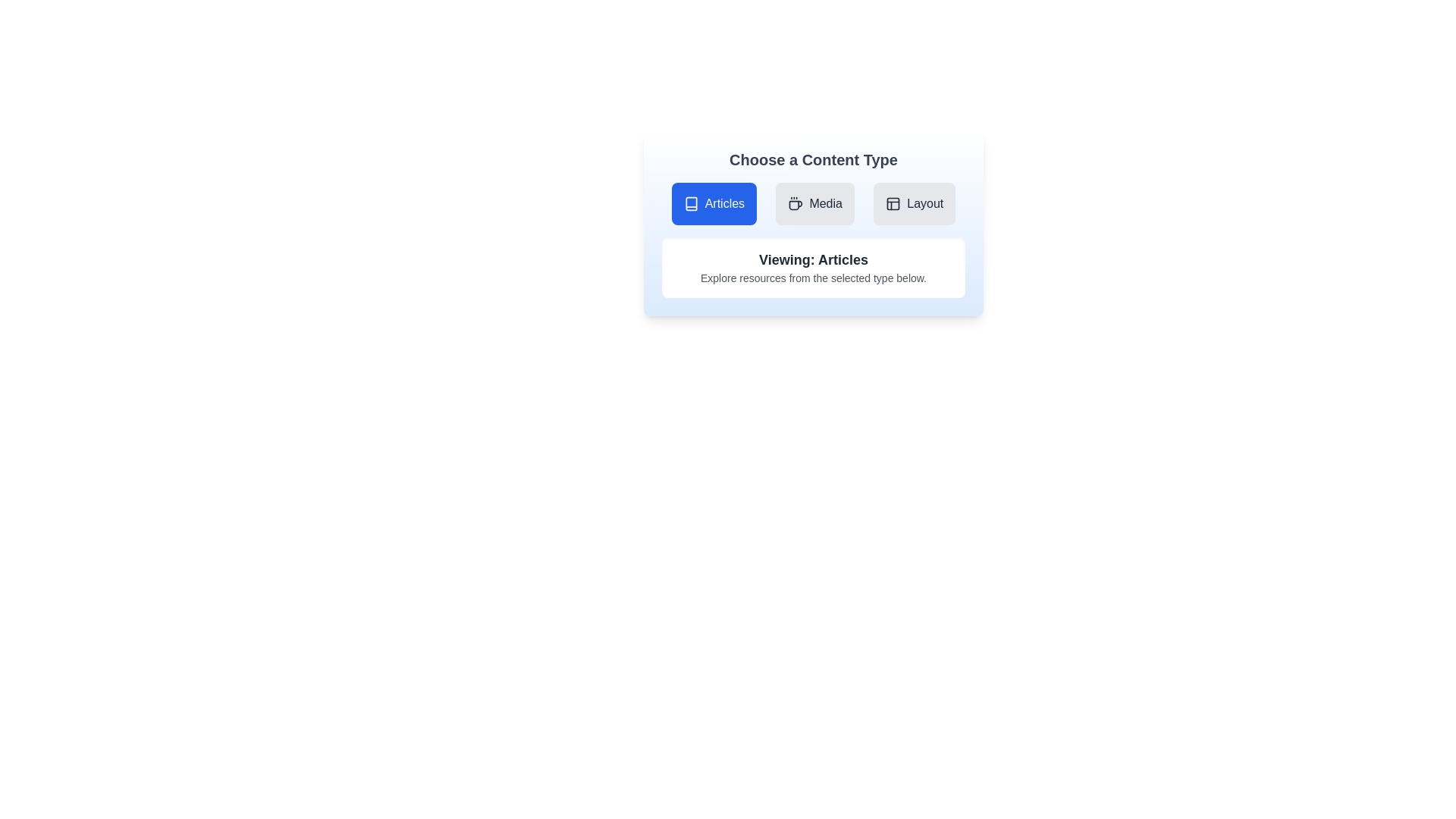  I want to click on the text label that displays 'Choose a Content Type', which is styled in bold and positioned above the button group, so click(813, 160).